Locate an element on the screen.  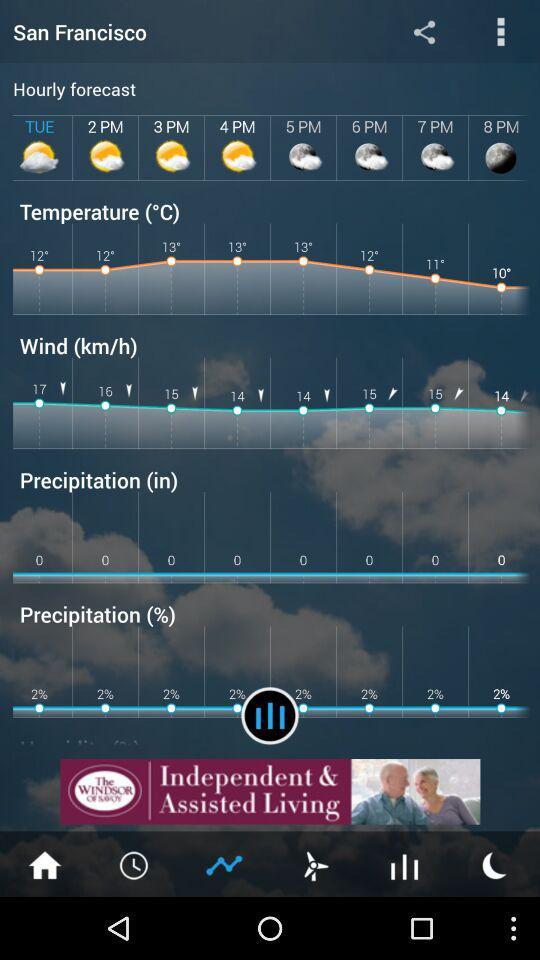
rating is located at coordinates (224, 863).